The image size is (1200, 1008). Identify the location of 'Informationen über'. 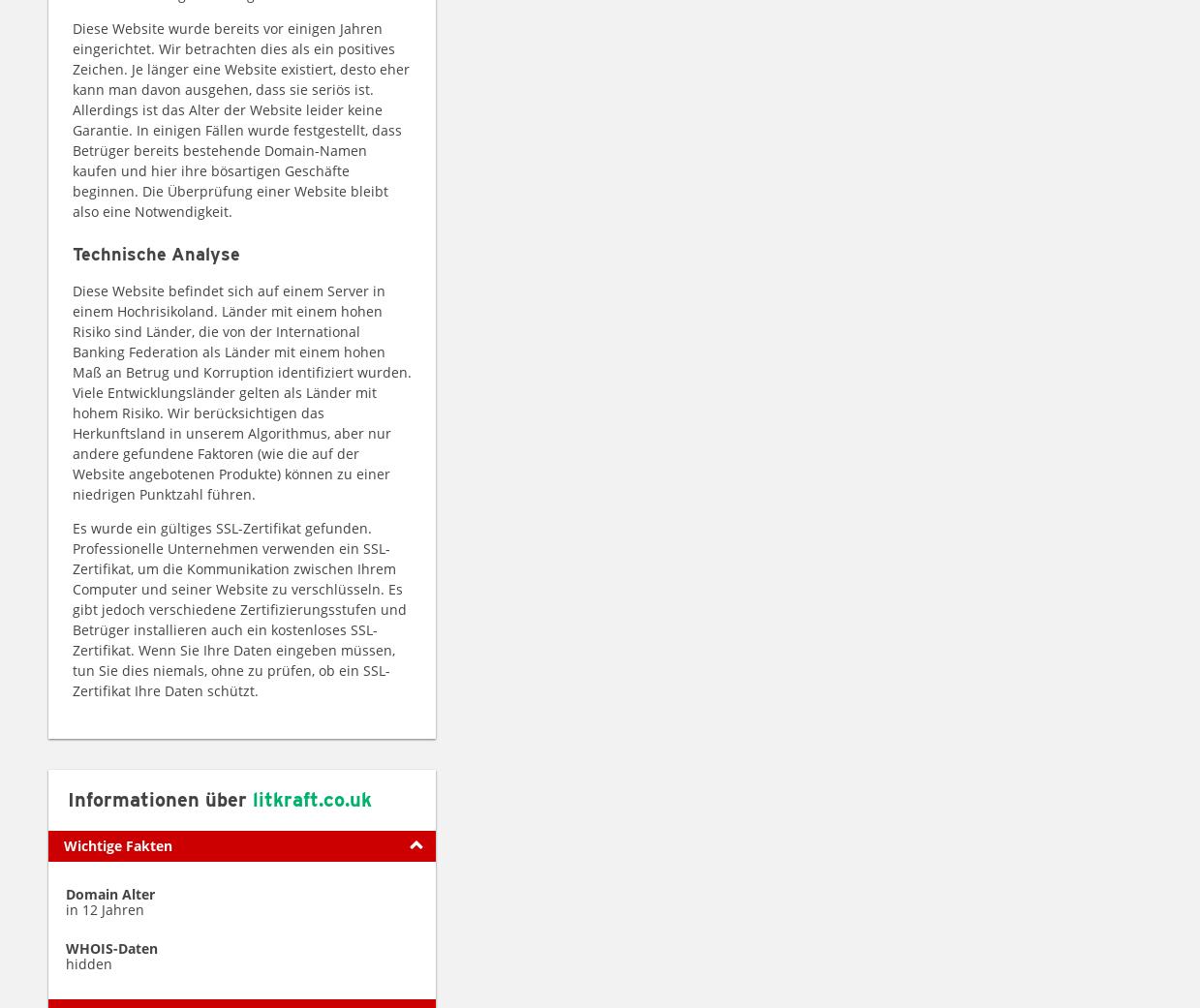
(160, 798).